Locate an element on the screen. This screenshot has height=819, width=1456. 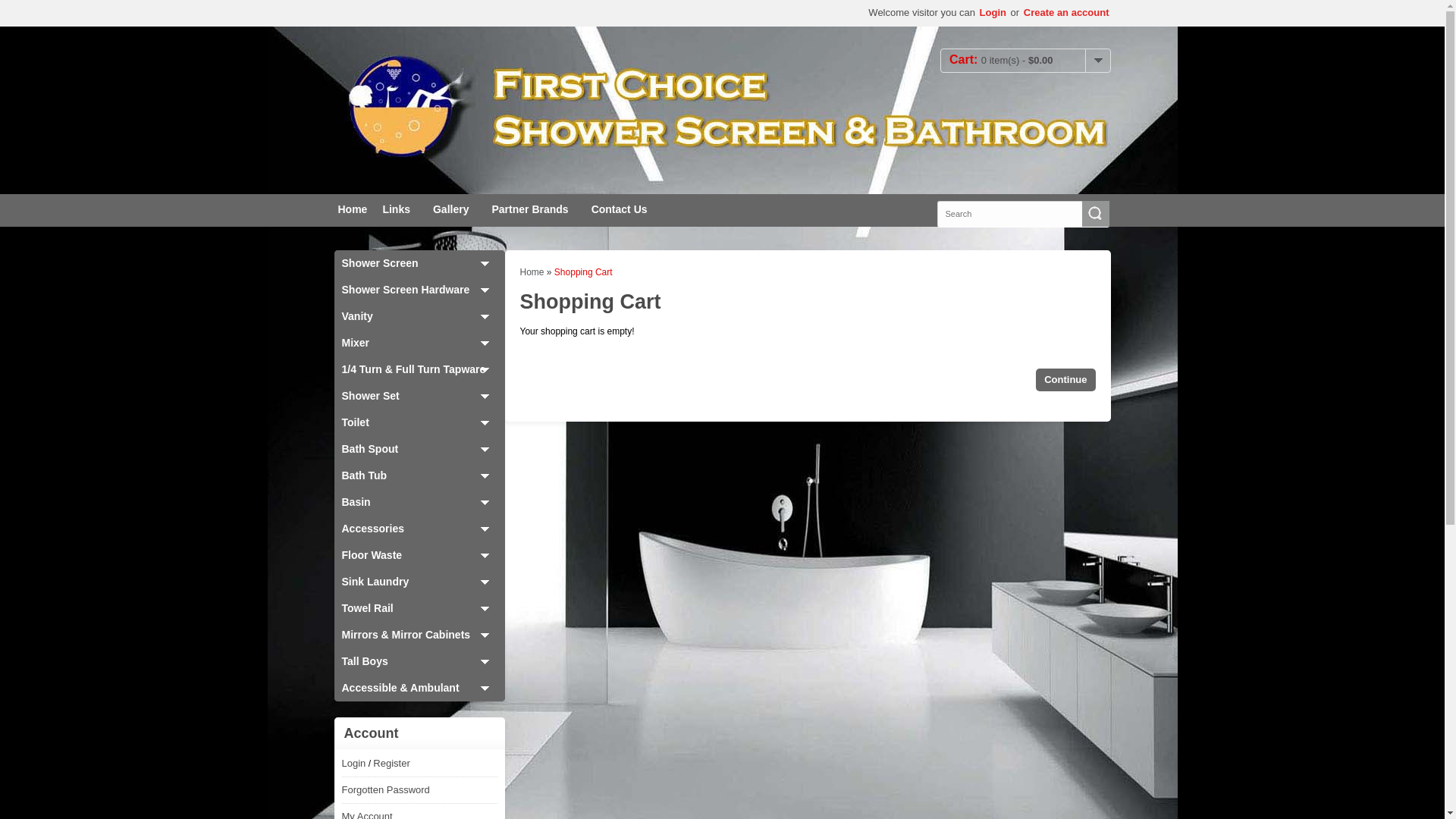
'Links' is located at coordinates (396, 210).